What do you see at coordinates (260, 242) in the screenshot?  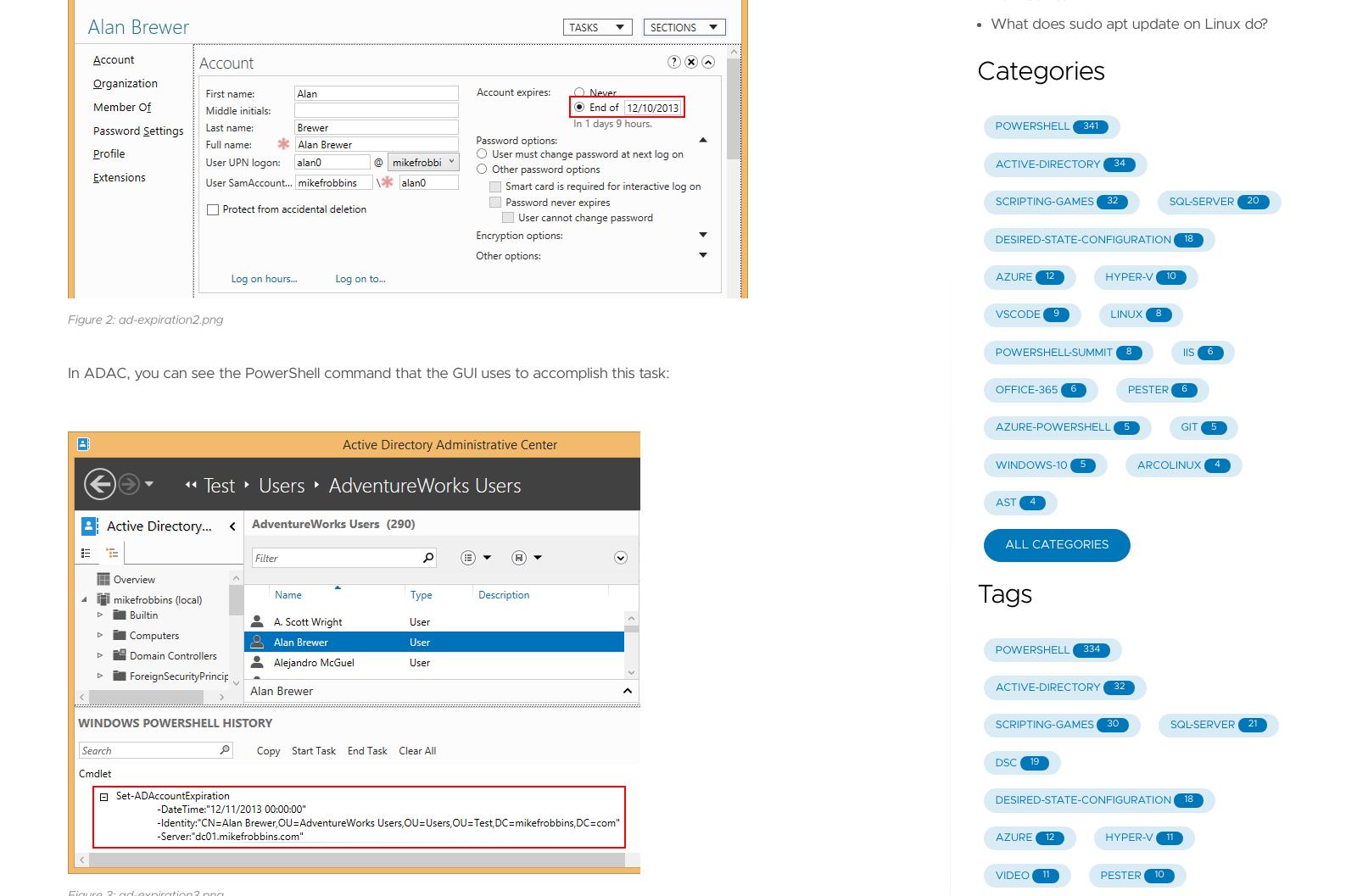 I see `'alan0'` at bounding box center [260, 242].